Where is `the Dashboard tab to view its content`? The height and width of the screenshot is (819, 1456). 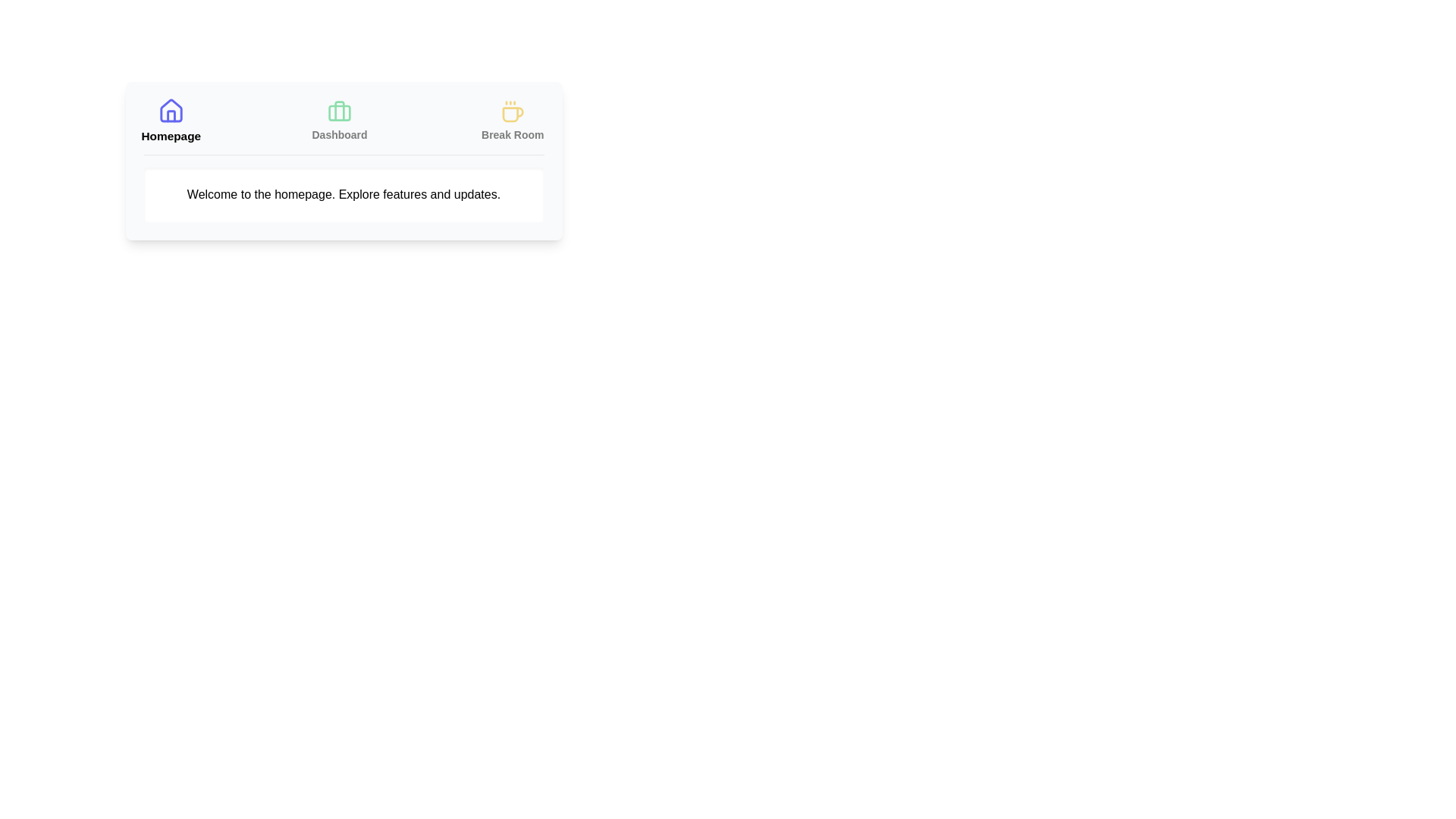 the Dashboard tab to view its content is located at coordinates (338, 120).